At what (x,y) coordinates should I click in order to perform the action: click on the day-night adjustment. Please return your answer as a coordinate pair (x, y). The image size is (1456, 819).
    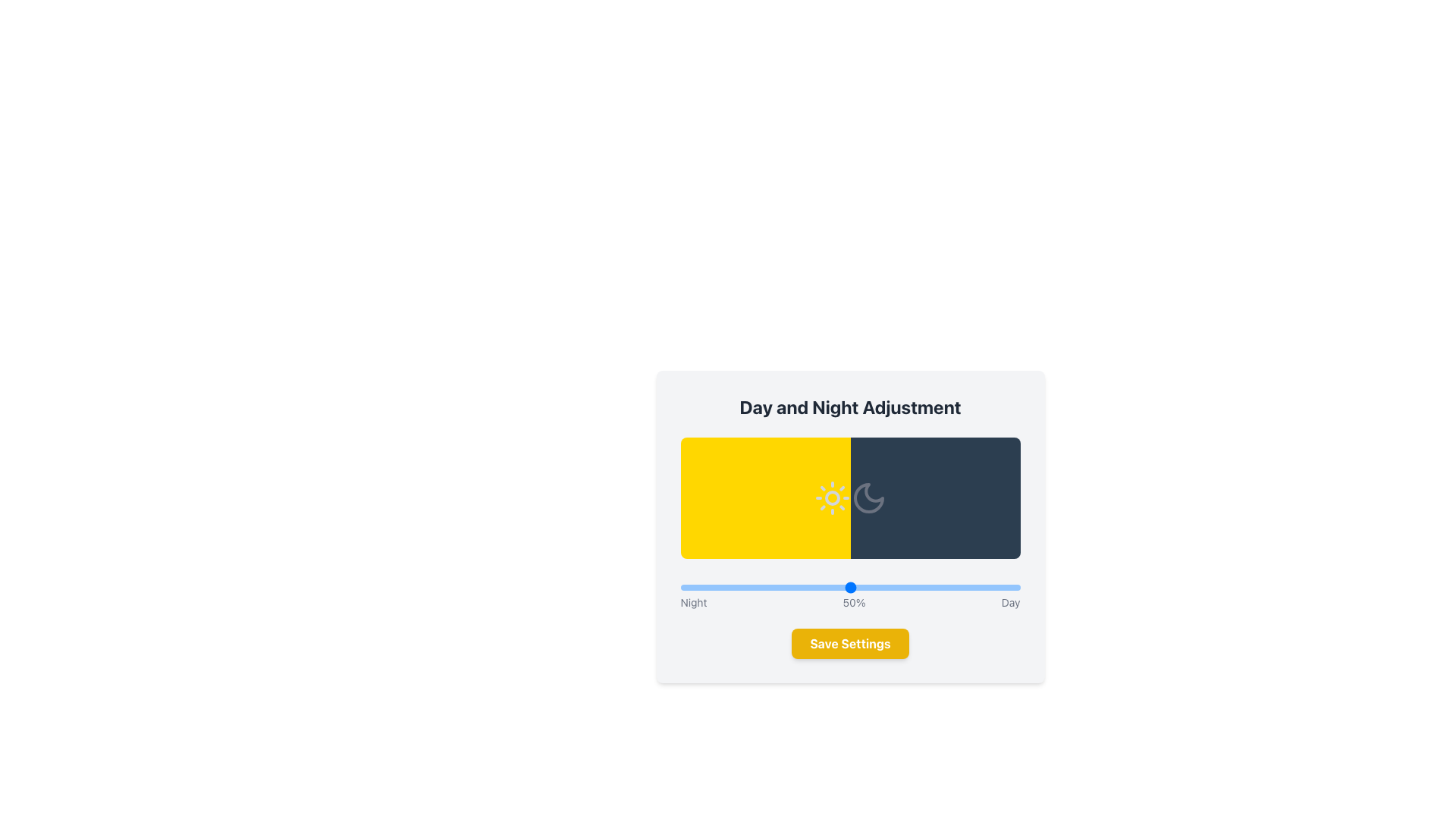
    Looking at the image, I should click on (679, 587).